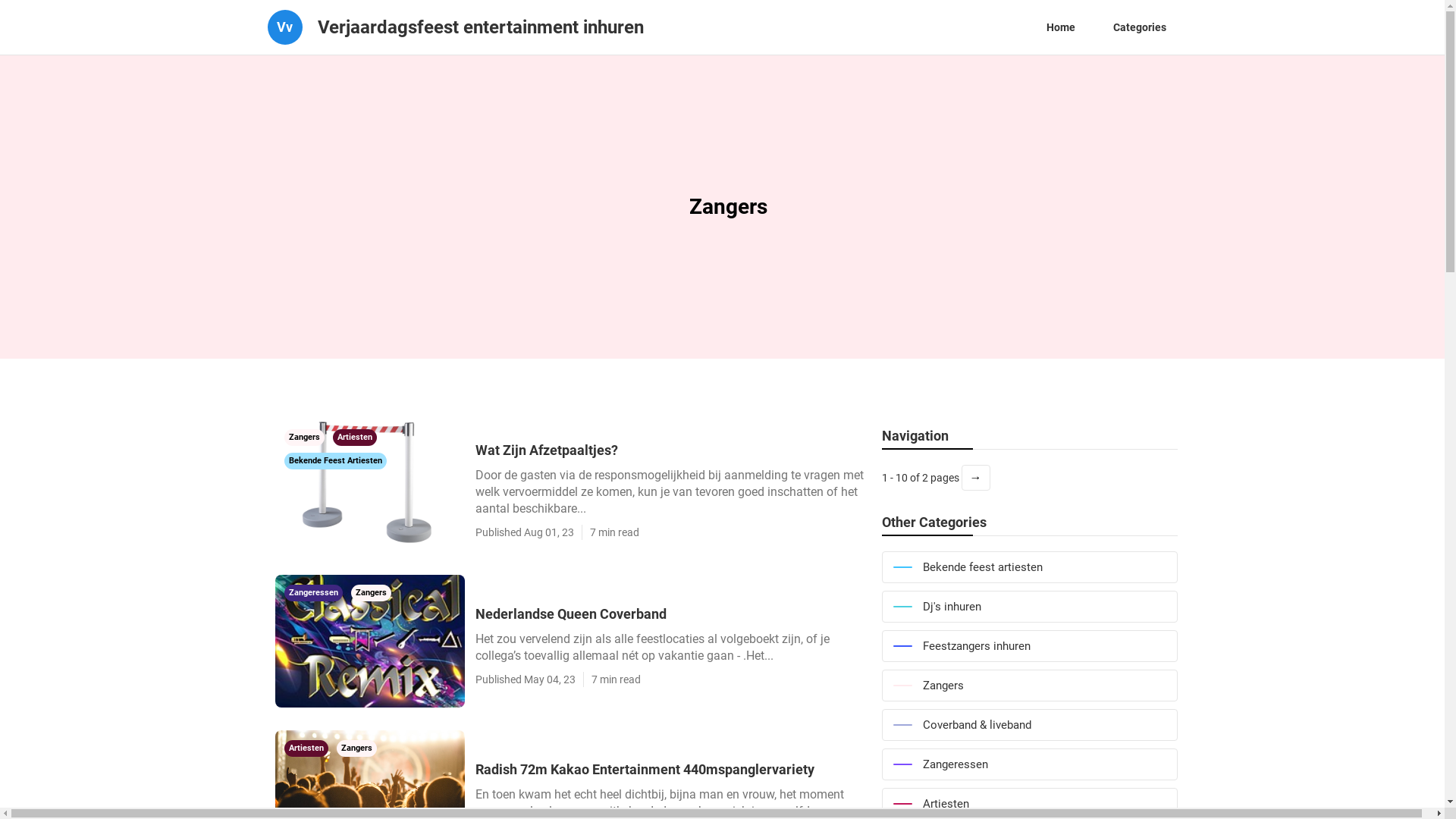  I want to click on 'Coverband & liveband', so click(1029, 724).